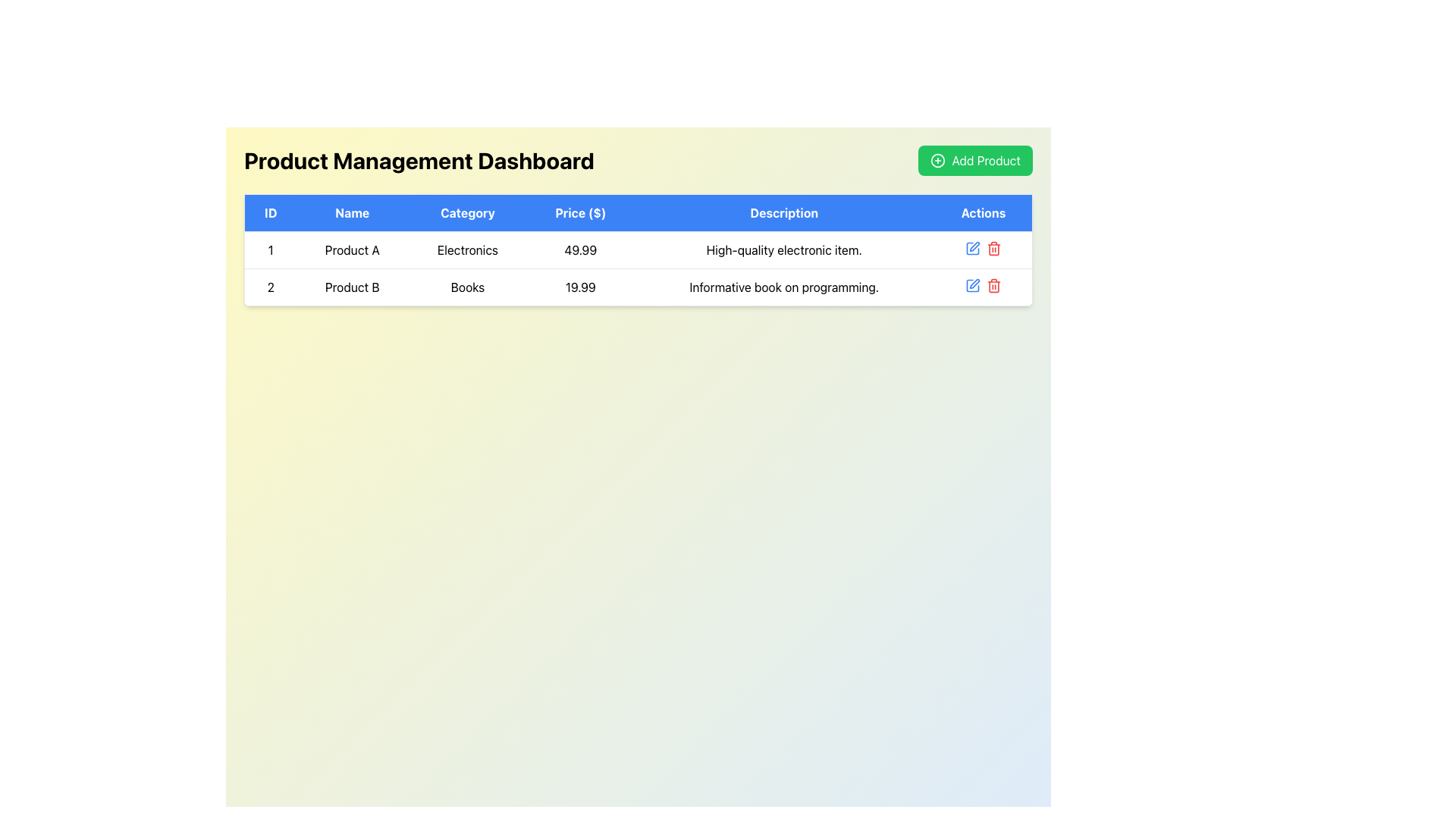 The width and height of the screenshot is (1456, 819). I want to click on text denoting the category of the product as 'Books', located in the second row of the table under the 'Category' column, between 'Product B' and '19.99', so click(467, 287).